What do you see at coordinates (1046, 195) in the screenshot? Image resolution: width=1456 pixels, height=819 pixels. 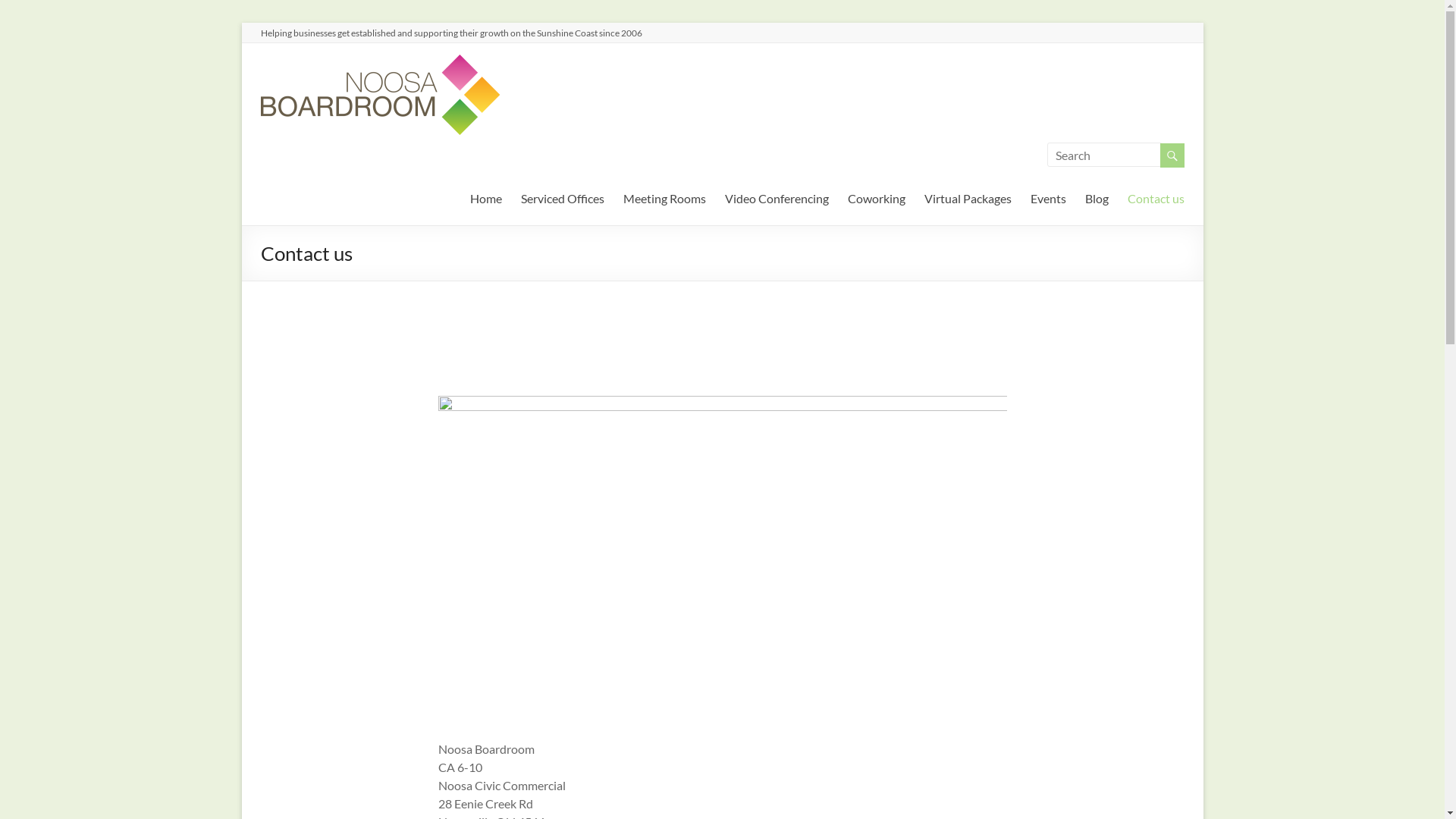 I see `'Events'` at bounding box center [1046, 195].